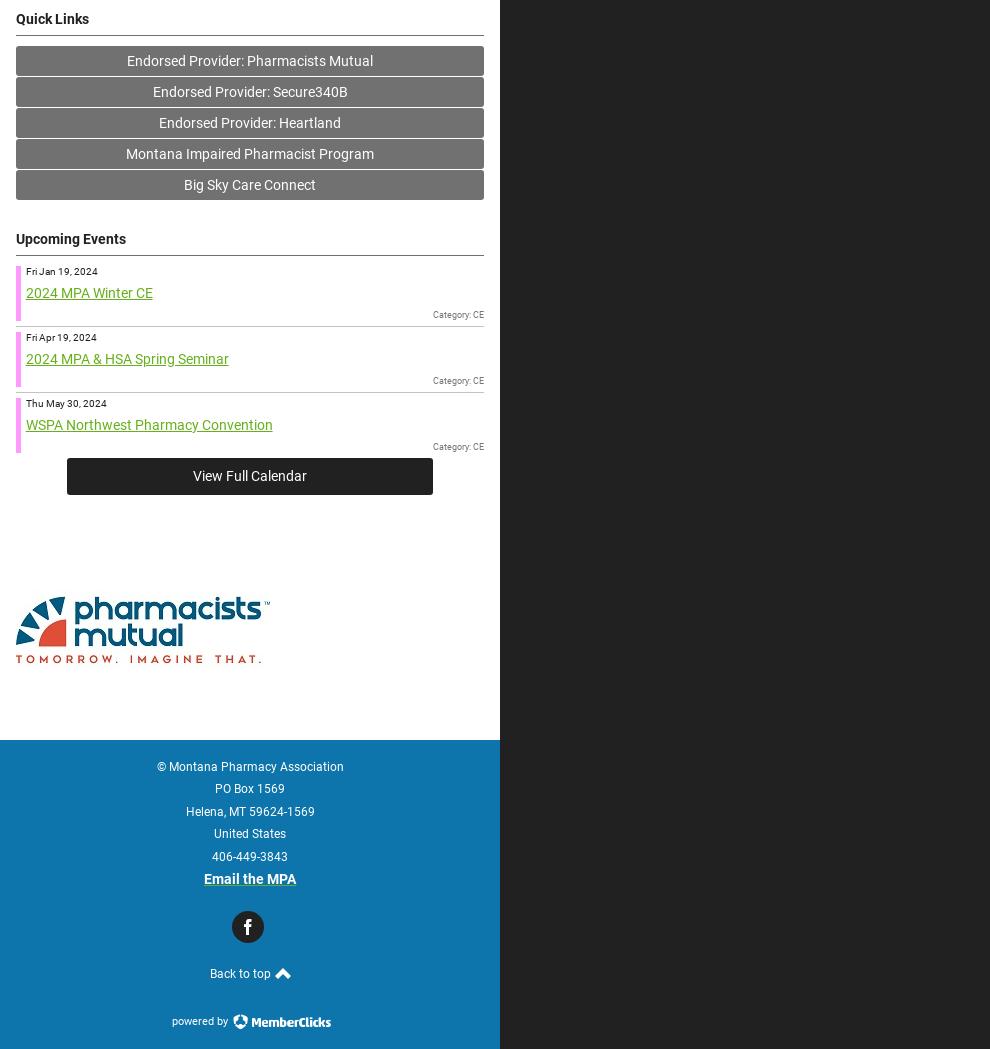 This screenshot has width=990, height=1049. Describe the element at coordinates (126, 60) in the screenshot. I see `'Endorsed Provider: Pharmacists Mutual'` at that location.